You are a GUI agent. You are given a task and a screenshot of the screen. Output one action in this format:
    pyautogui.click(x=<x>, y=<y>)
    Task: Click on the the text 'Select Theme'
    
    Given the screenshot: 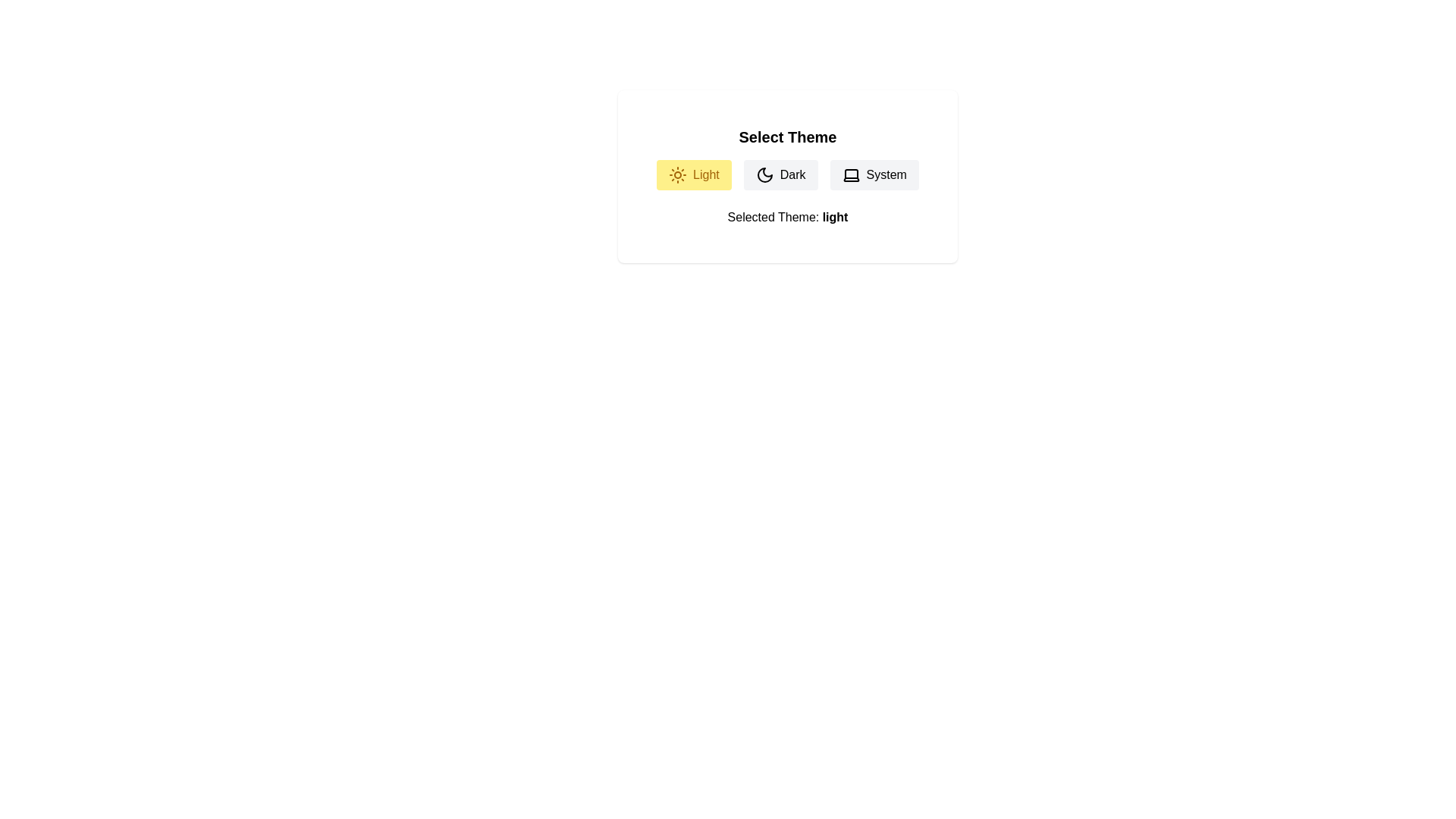 What is the action you would take?
    pyautogui.click(x=787, y=137)
    